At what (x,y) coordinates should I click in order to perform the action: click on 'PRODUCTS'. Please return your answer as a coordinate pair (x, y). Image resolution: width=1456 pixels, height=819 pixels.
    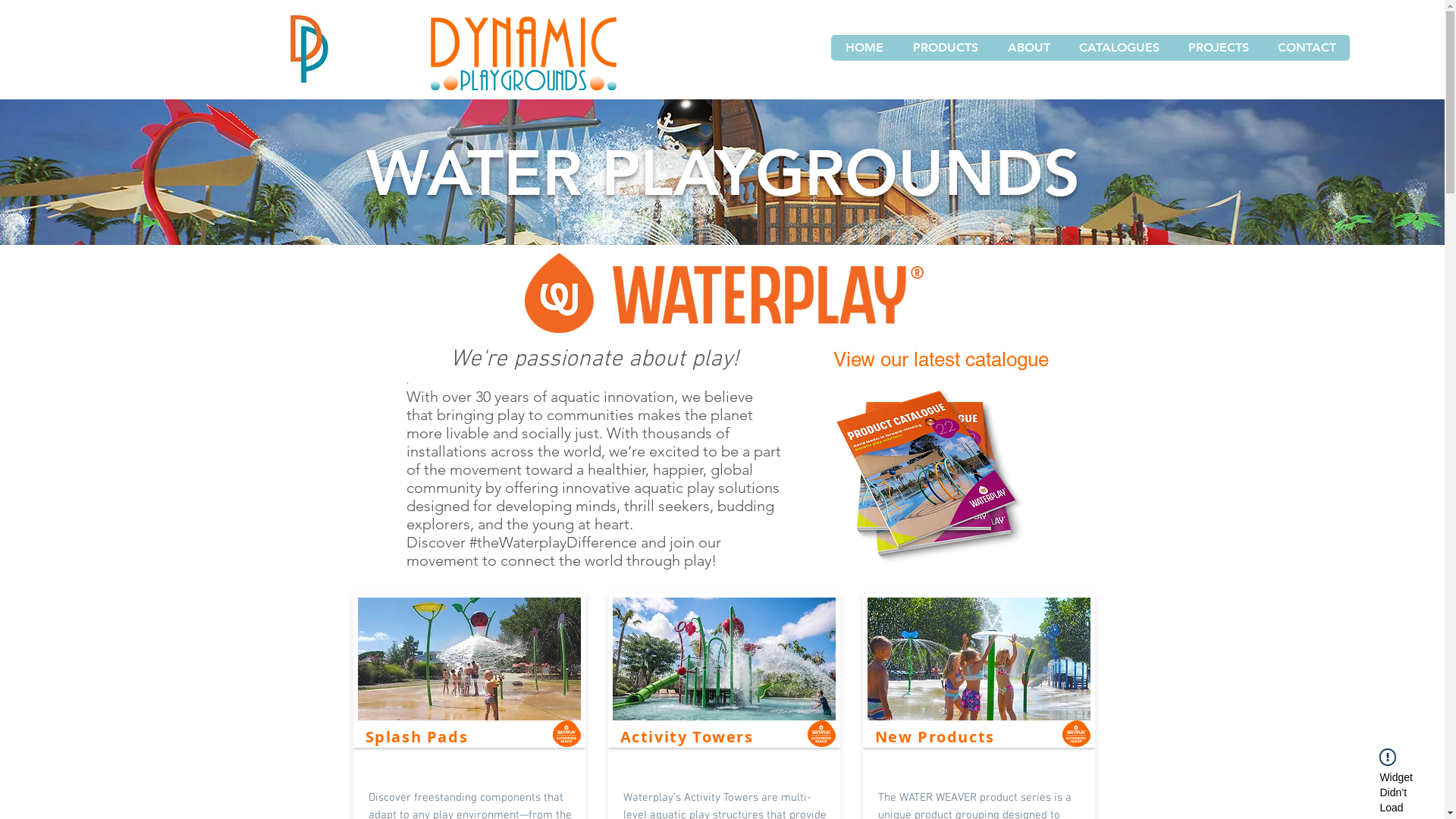
    Looking at the image, I should click on (898, 46).